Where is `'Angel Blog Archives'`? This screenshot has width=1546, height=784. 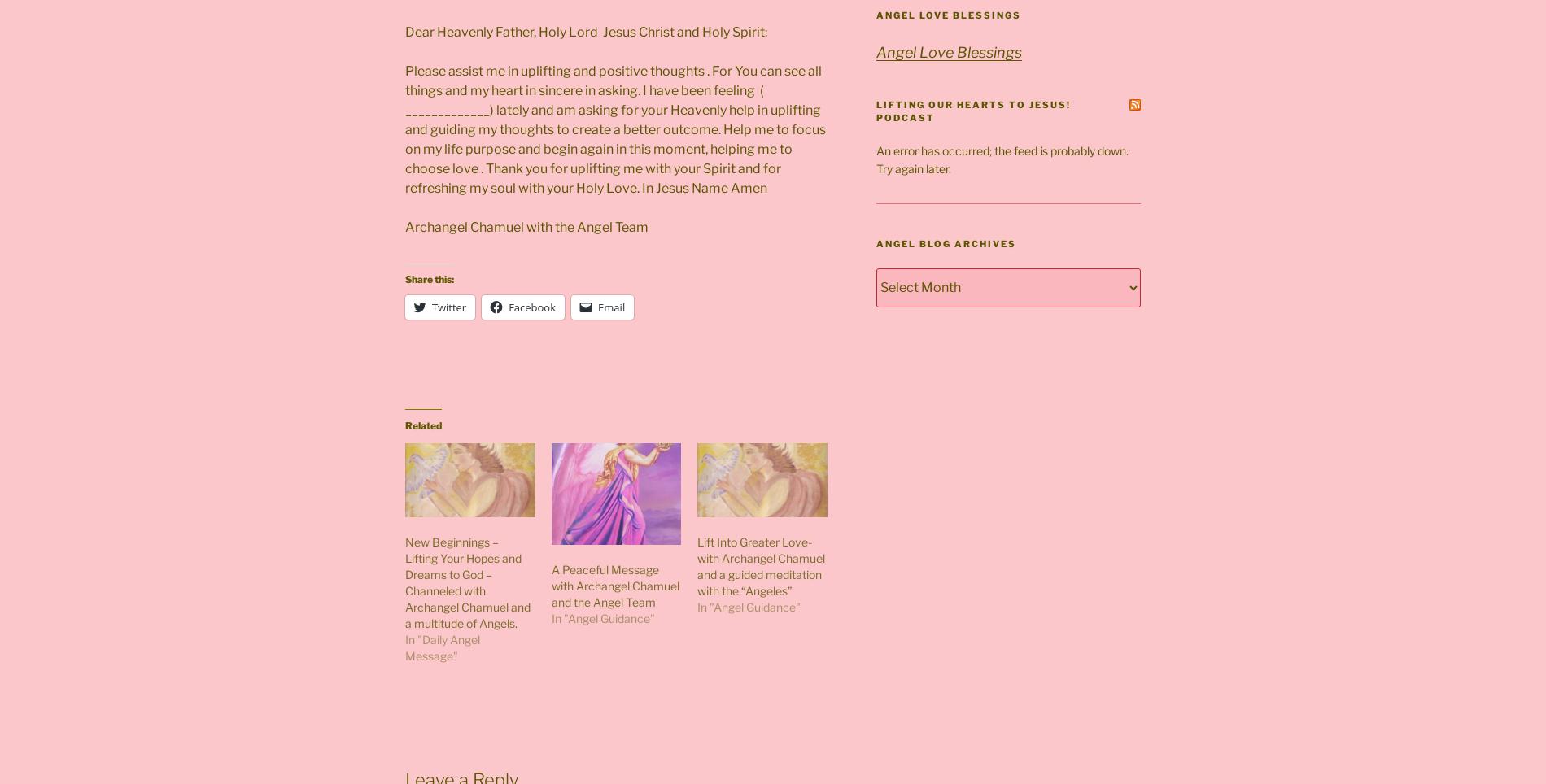
'Angel Blog Archives' is located at coordinates (946, 243).